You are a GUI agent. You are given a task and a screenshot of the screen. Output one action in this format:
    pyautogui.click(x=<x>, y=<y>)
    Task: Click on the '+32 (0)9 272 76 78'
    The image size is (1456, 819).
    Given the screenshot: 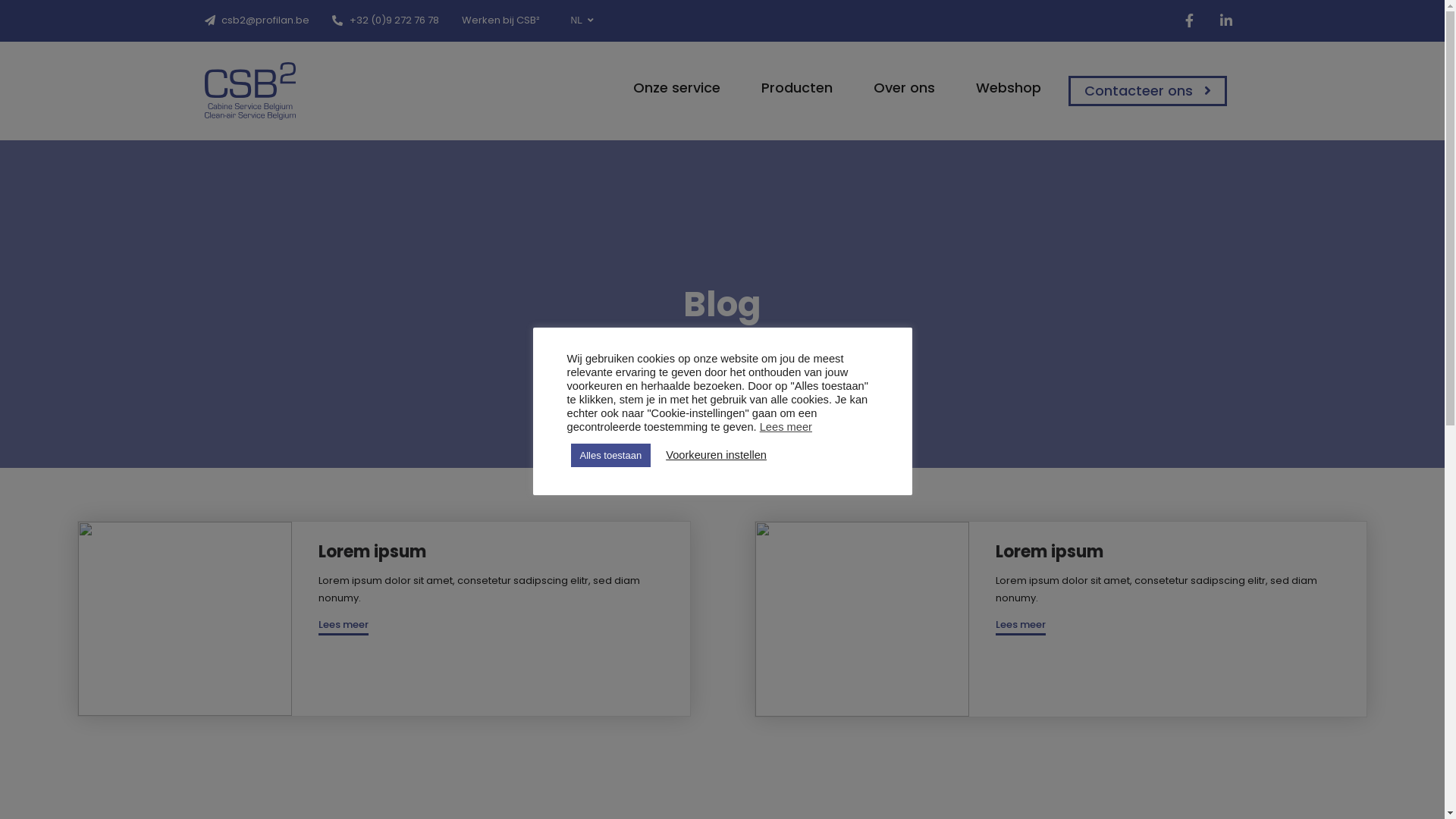 What is the action you would take?
    pyautogui.click(x=385, y=20)
    